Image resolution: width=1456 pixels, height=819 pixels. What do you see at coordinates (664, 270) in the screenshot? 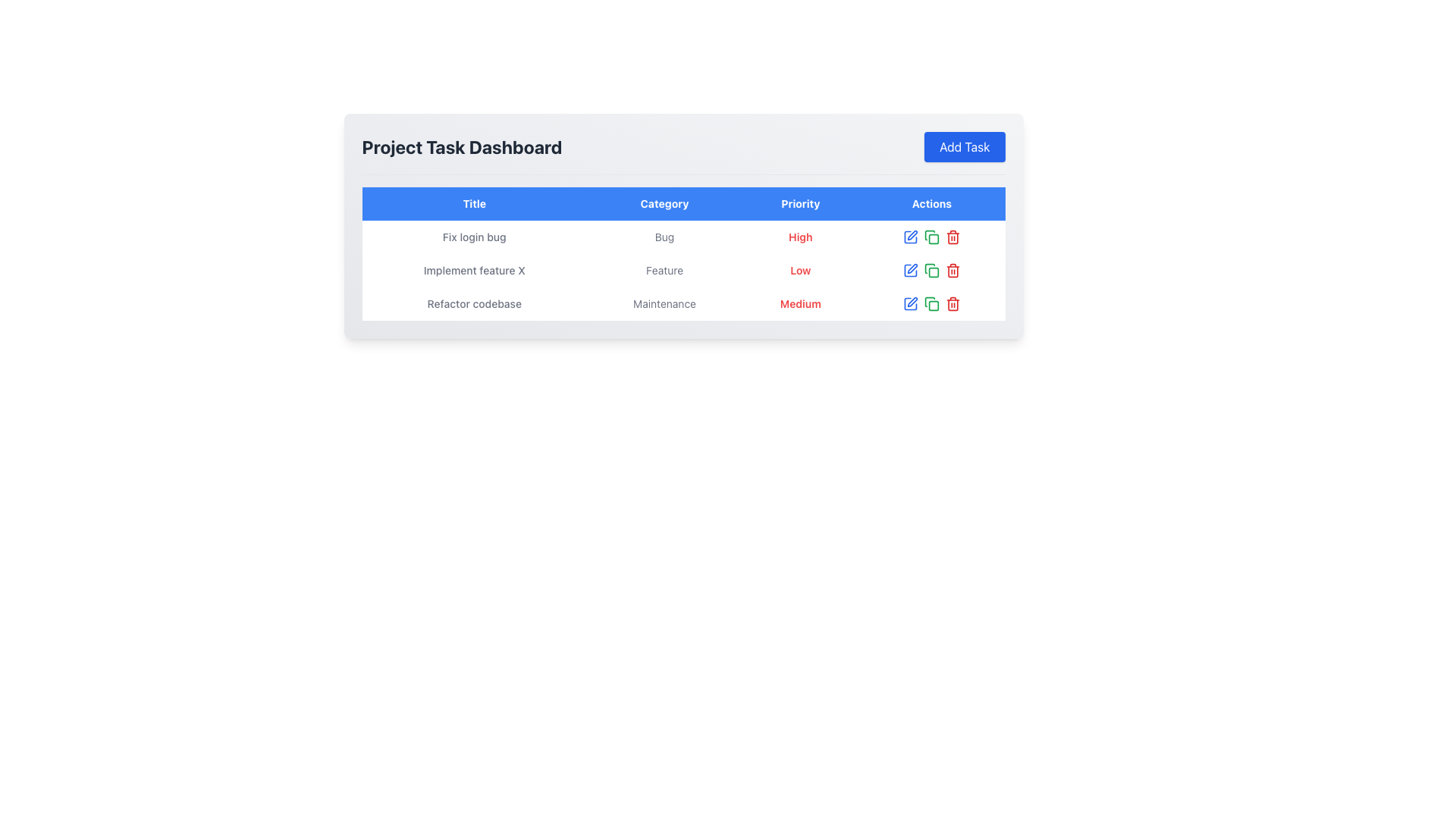
I see `the informational text label in the second row of the table under the 'Category' column, which is located to the right of the 'Implement feature X' label and to the left of the 'Low' label` at bounding box center [664, 270].